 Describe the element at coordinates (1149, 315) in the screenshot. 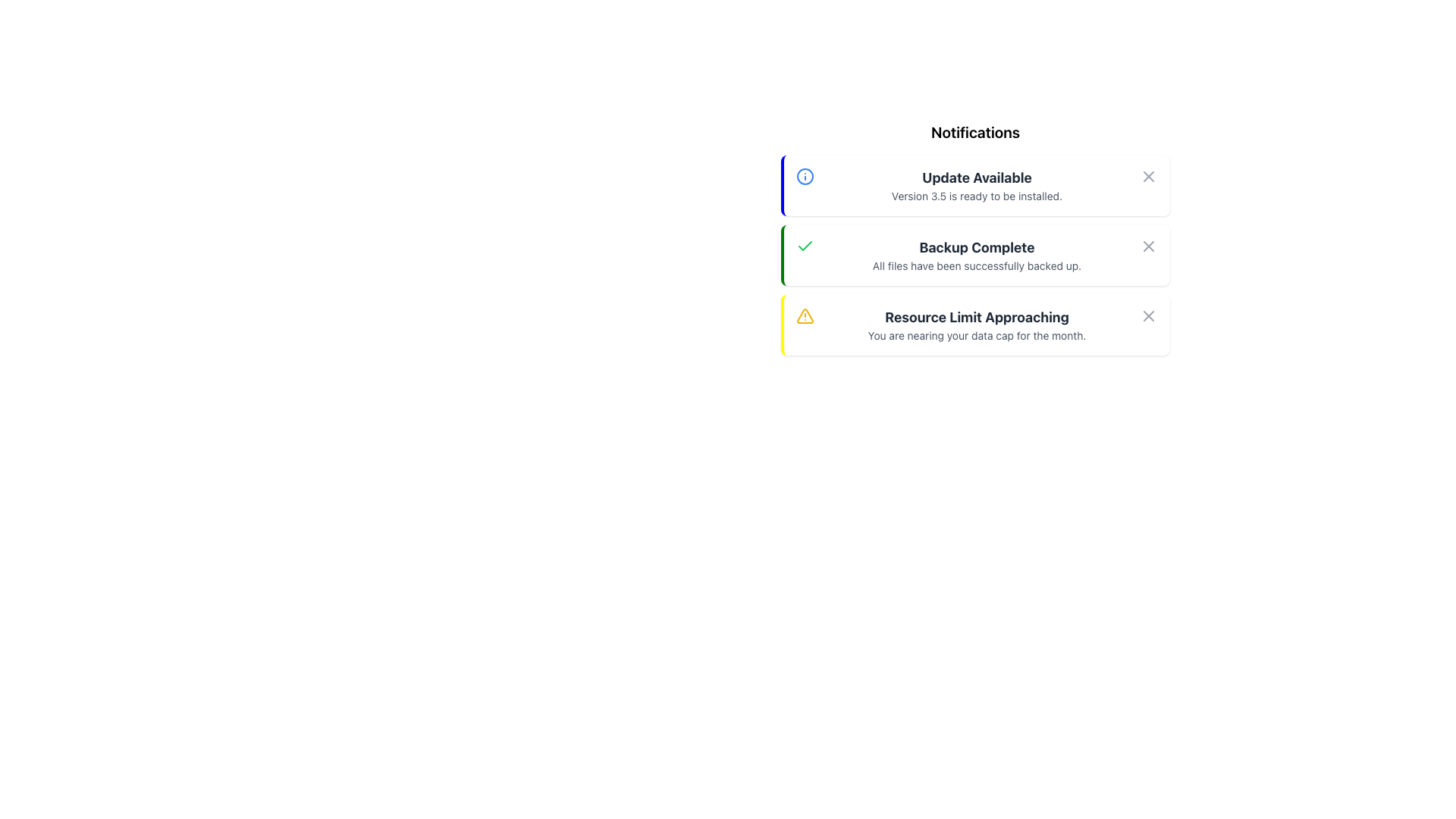

I see `the cross (X) icon located in the second notification card that indicates the ability to dismiss or close the notification with text 'Backup Complete'` at that location.